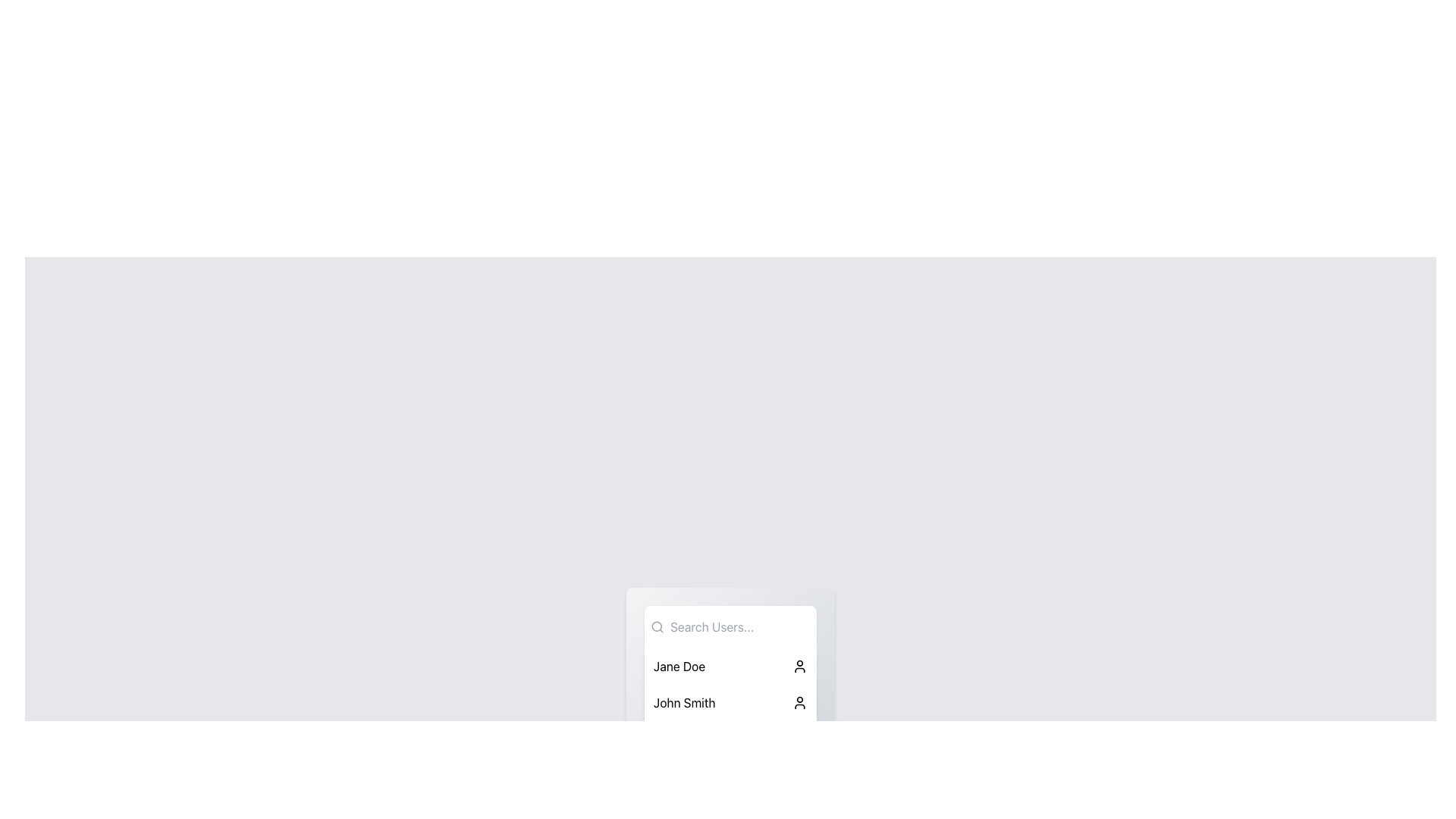  I want to click on the user entries in the dropdown list located below the search bar and above the bottom edge of the containing box, so click(730, 680).